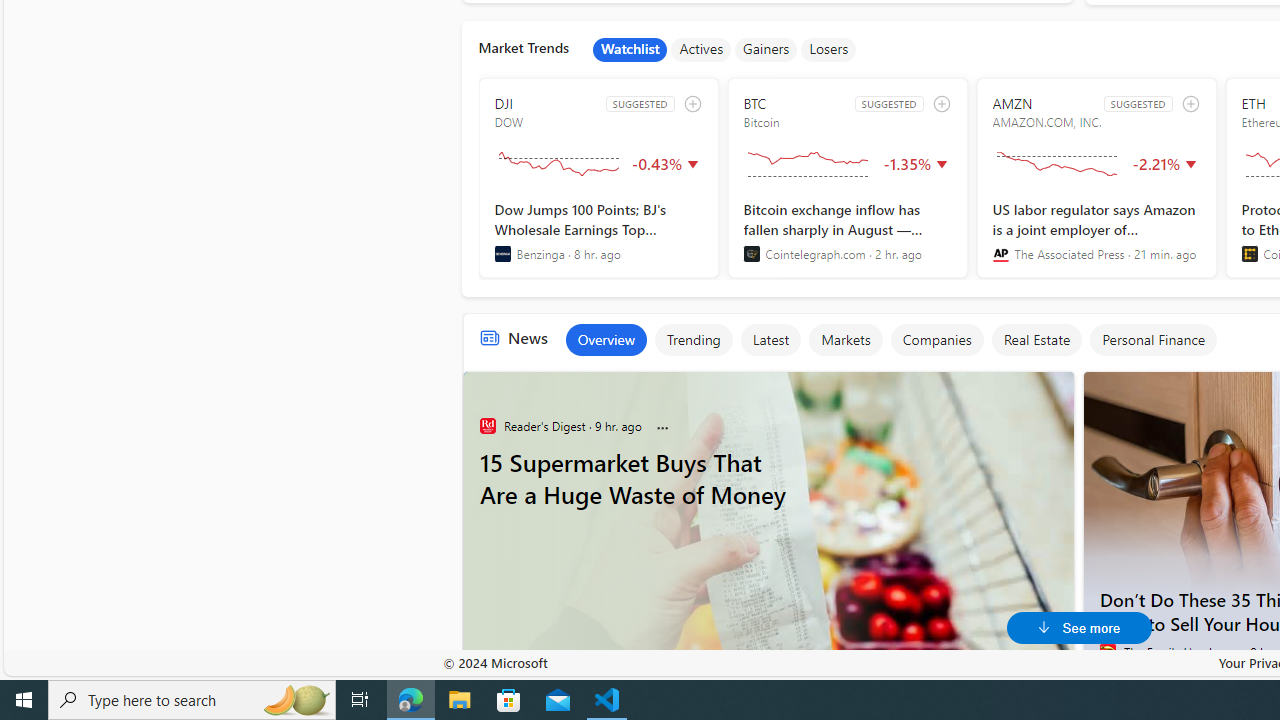 The image size is (1280, 720). I want to click on 'Cointelegraph.com', so click(750, 253).